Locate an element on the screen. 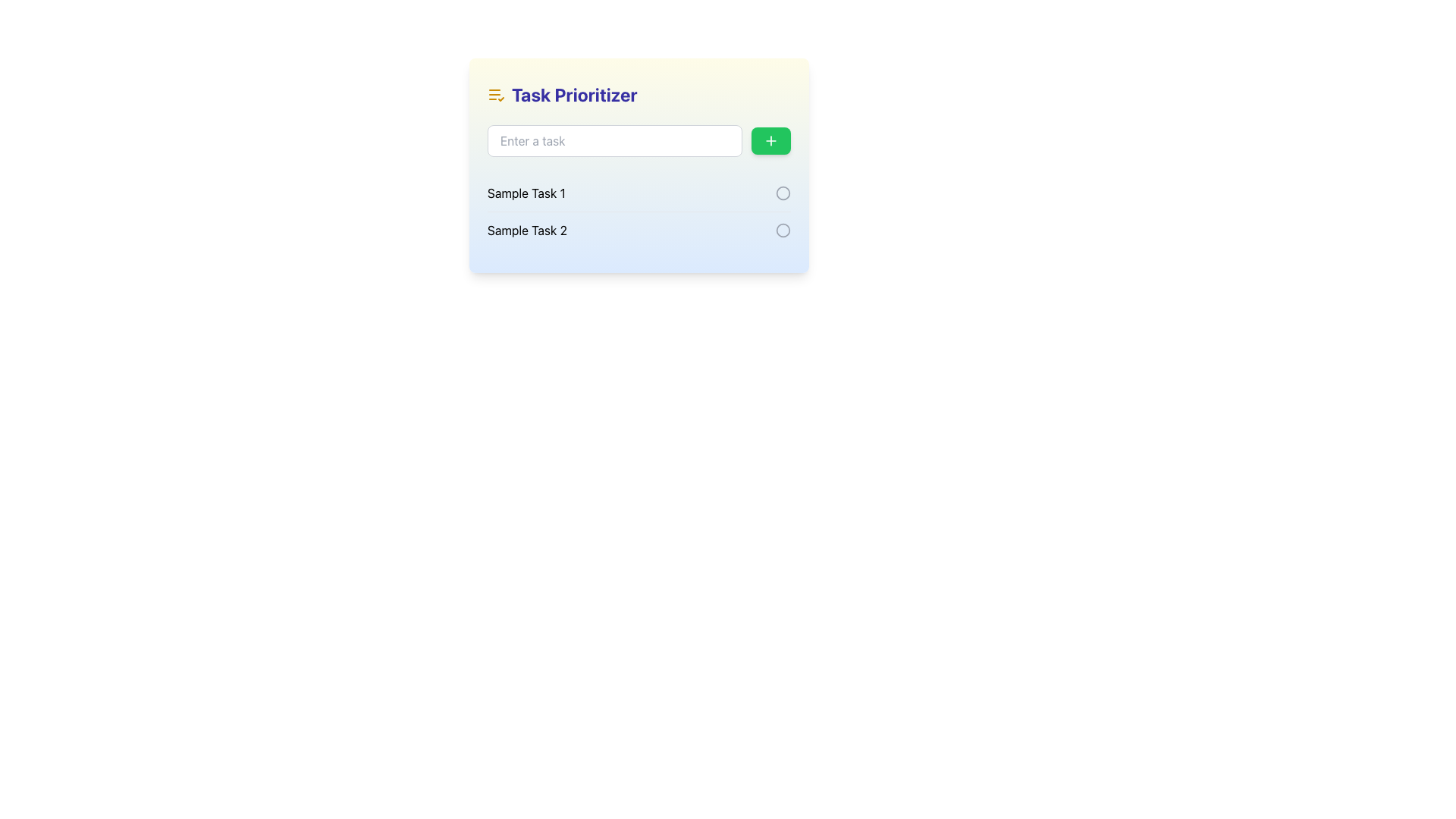 Image resolution: width=1456 pixels, height=819 pixels. the circular icon/button is located at coordinates (783, 231).